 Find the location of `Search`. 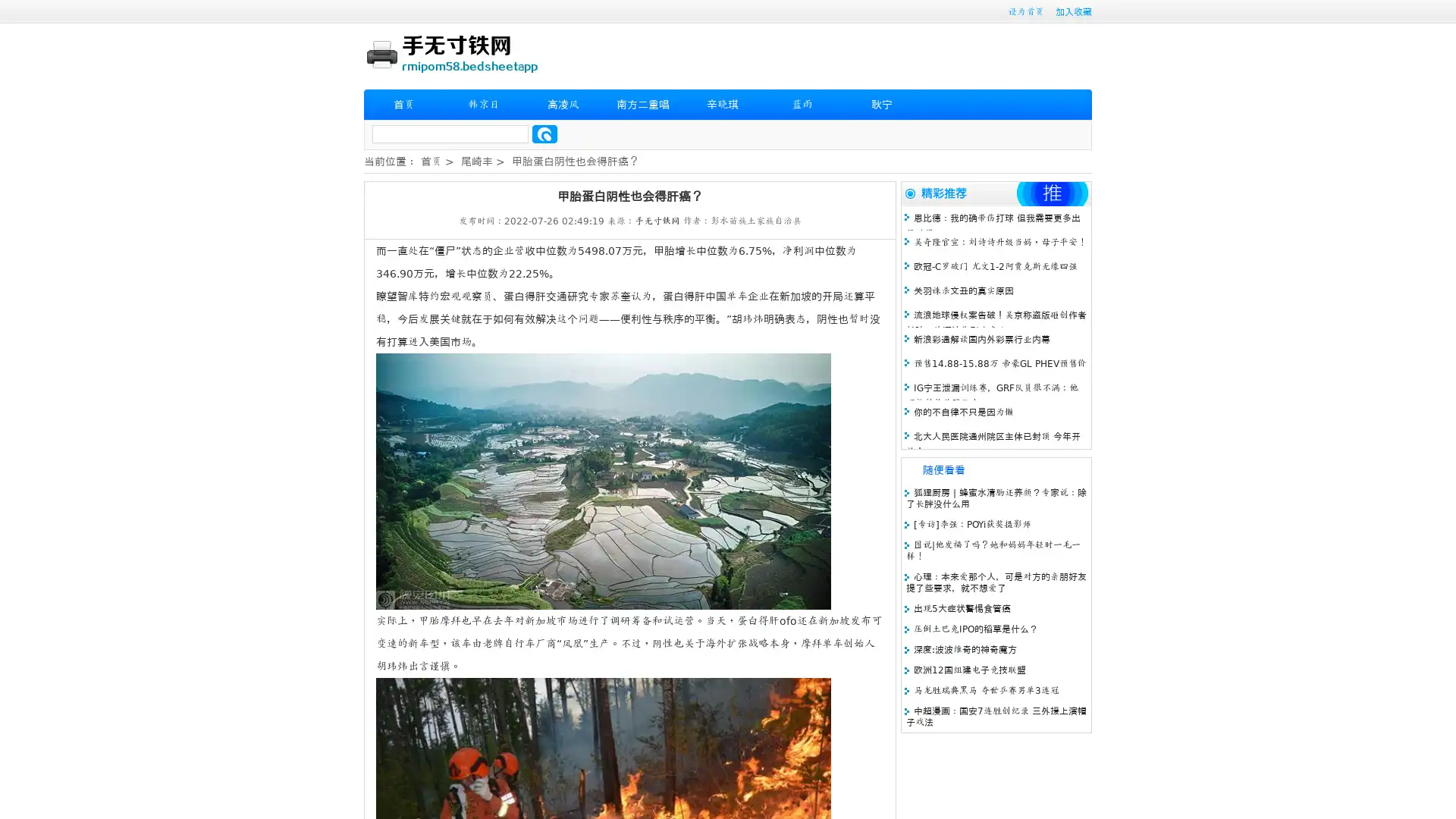

Search is located at coordinates (544, 133).